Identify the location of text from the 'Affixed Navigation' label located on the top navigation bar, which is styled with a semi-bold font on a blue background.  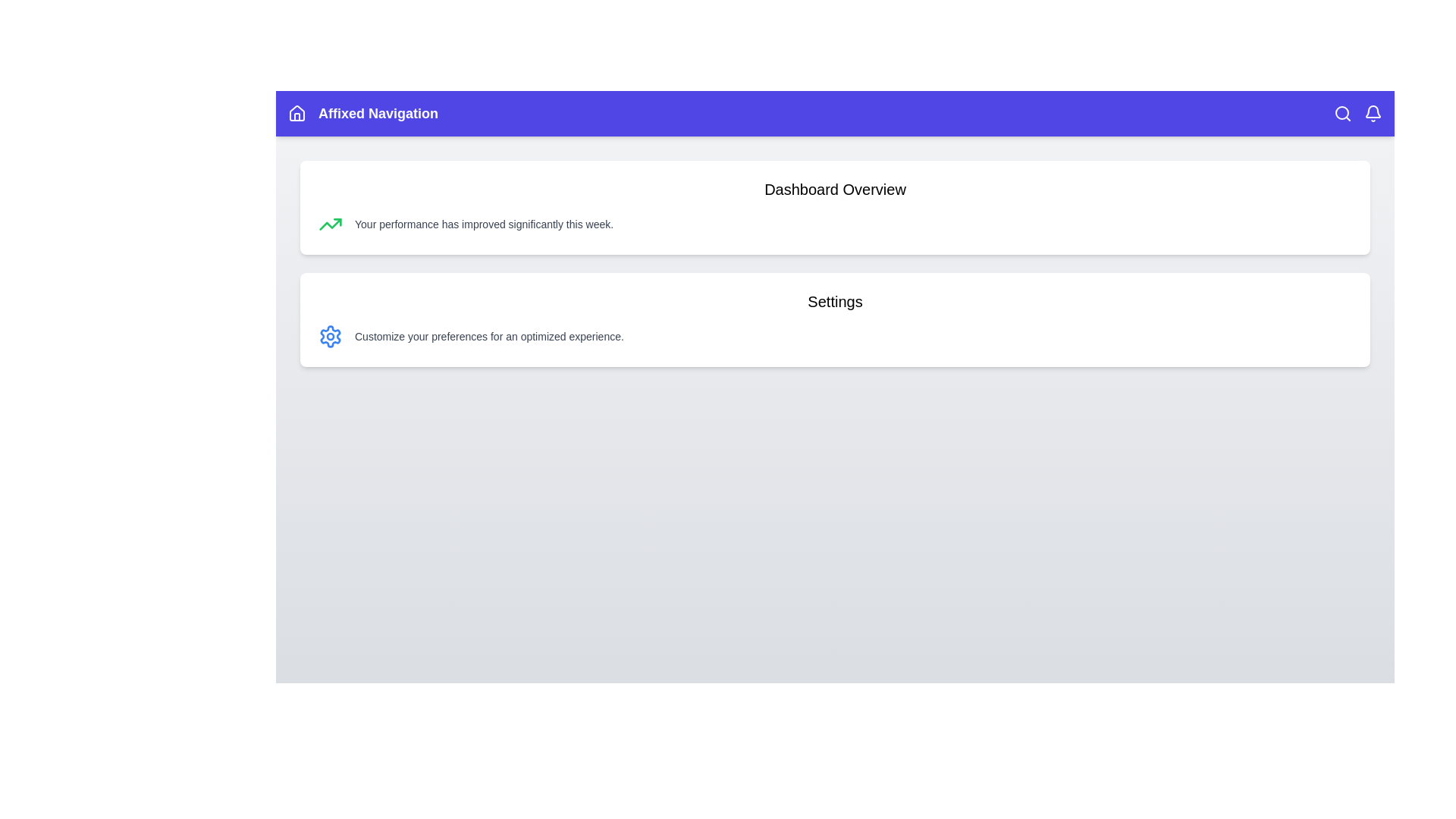
(378, 113).